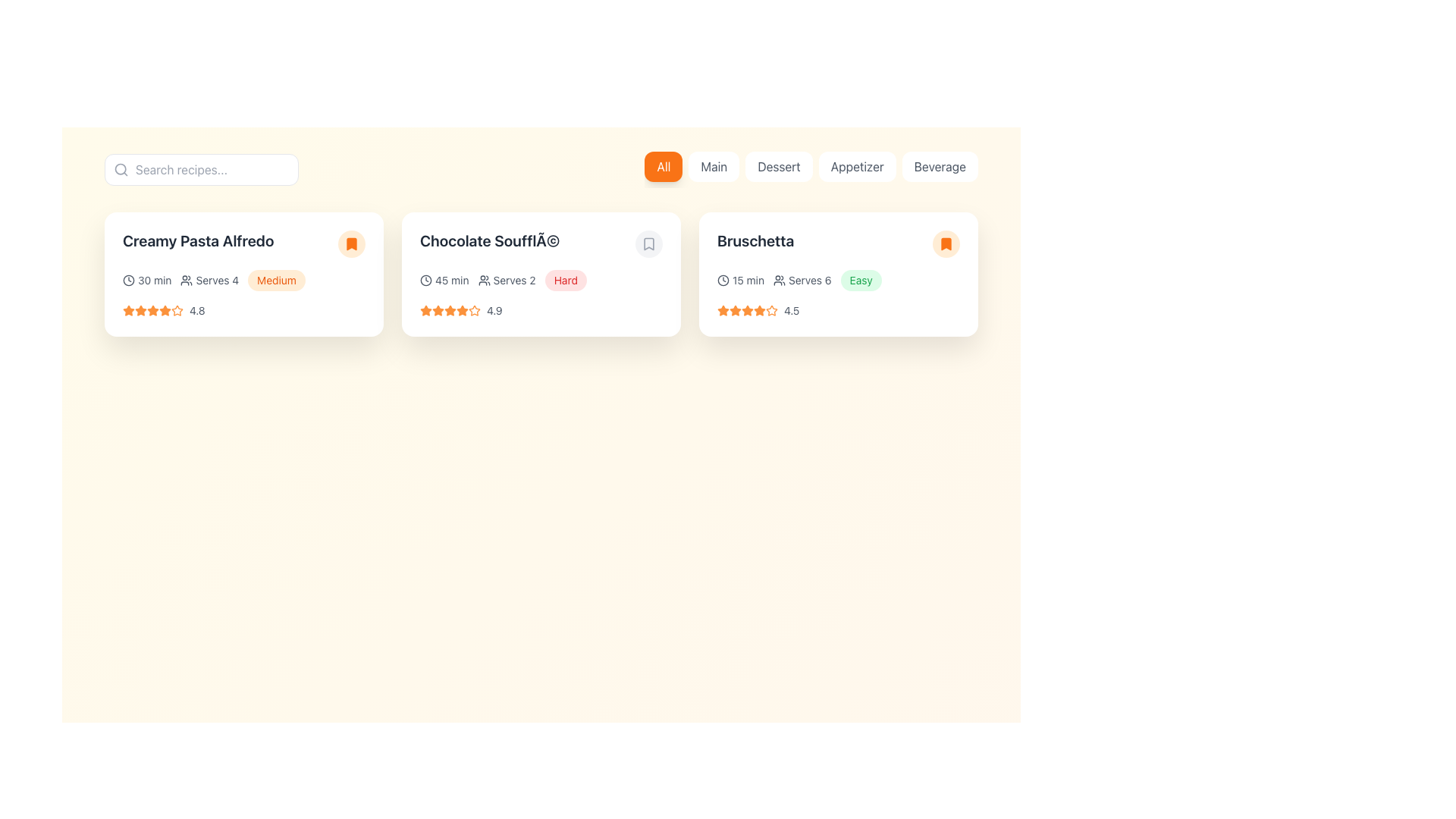 The image size is (1456, 819). Describe the element at coordinates (748, 281) in the screenshot. I see `the text label displaying '15 min' which is styled in gray and positioned beside a clock icon within the third card for the 'Bruschetta' recipe` at that location.